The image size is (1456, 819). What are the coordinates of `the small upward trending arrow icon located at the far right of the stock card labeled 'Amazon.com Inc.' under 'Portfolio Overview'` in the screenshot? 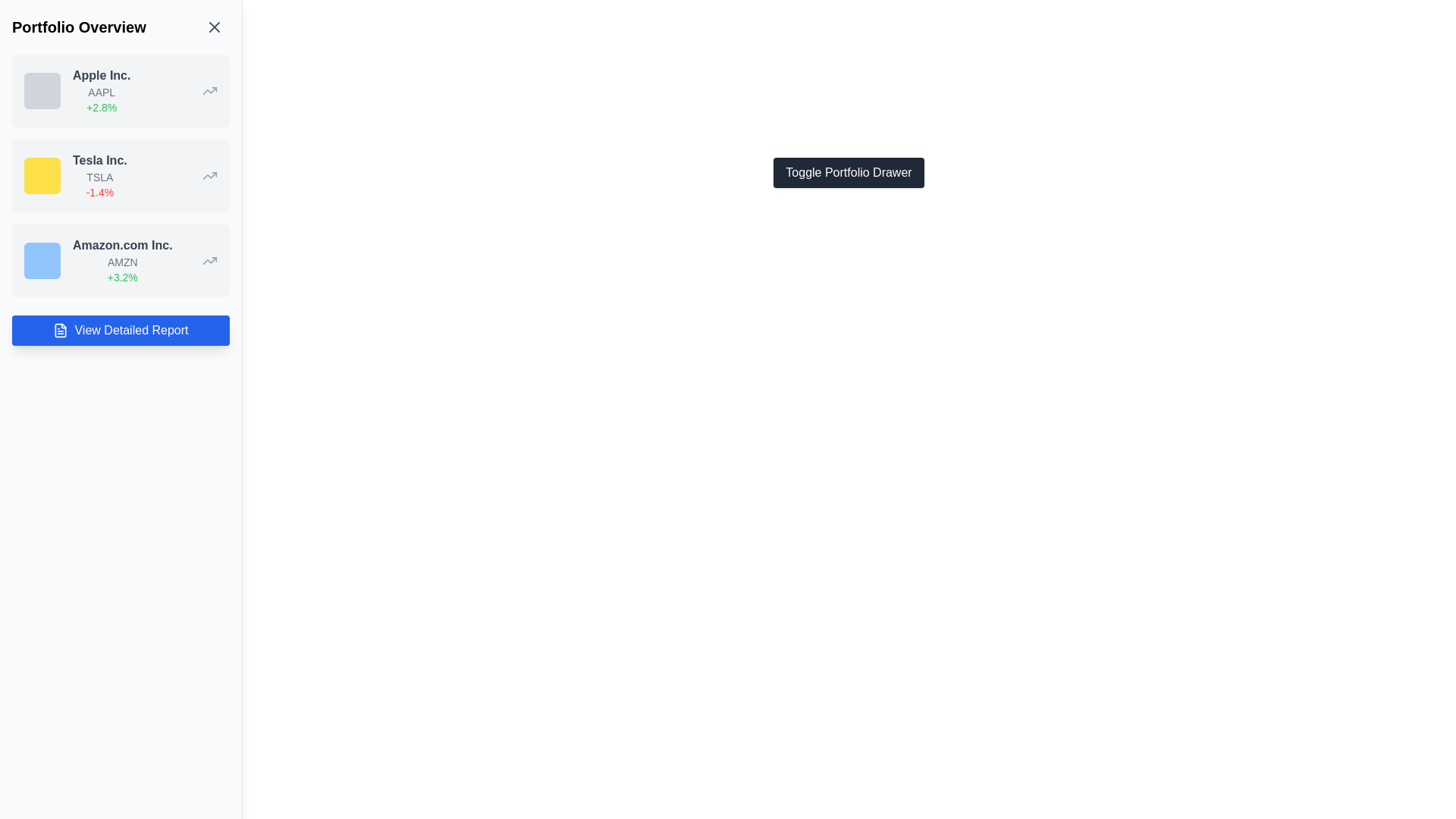 It's located at (209, 259).